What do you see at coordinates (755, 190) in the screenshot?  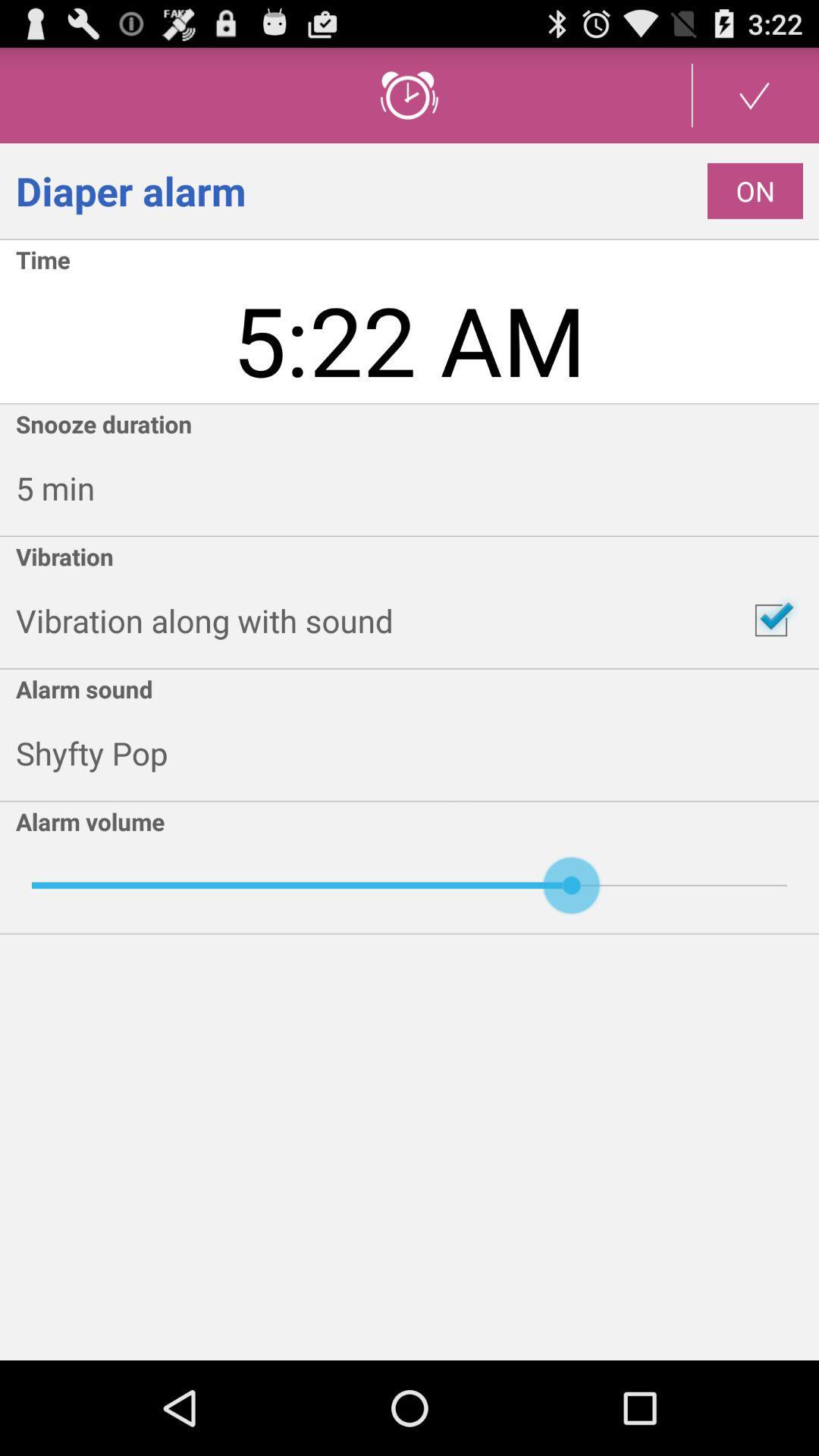 I see `the icon next to the diaper alarm` at bounding box center [755, 190].